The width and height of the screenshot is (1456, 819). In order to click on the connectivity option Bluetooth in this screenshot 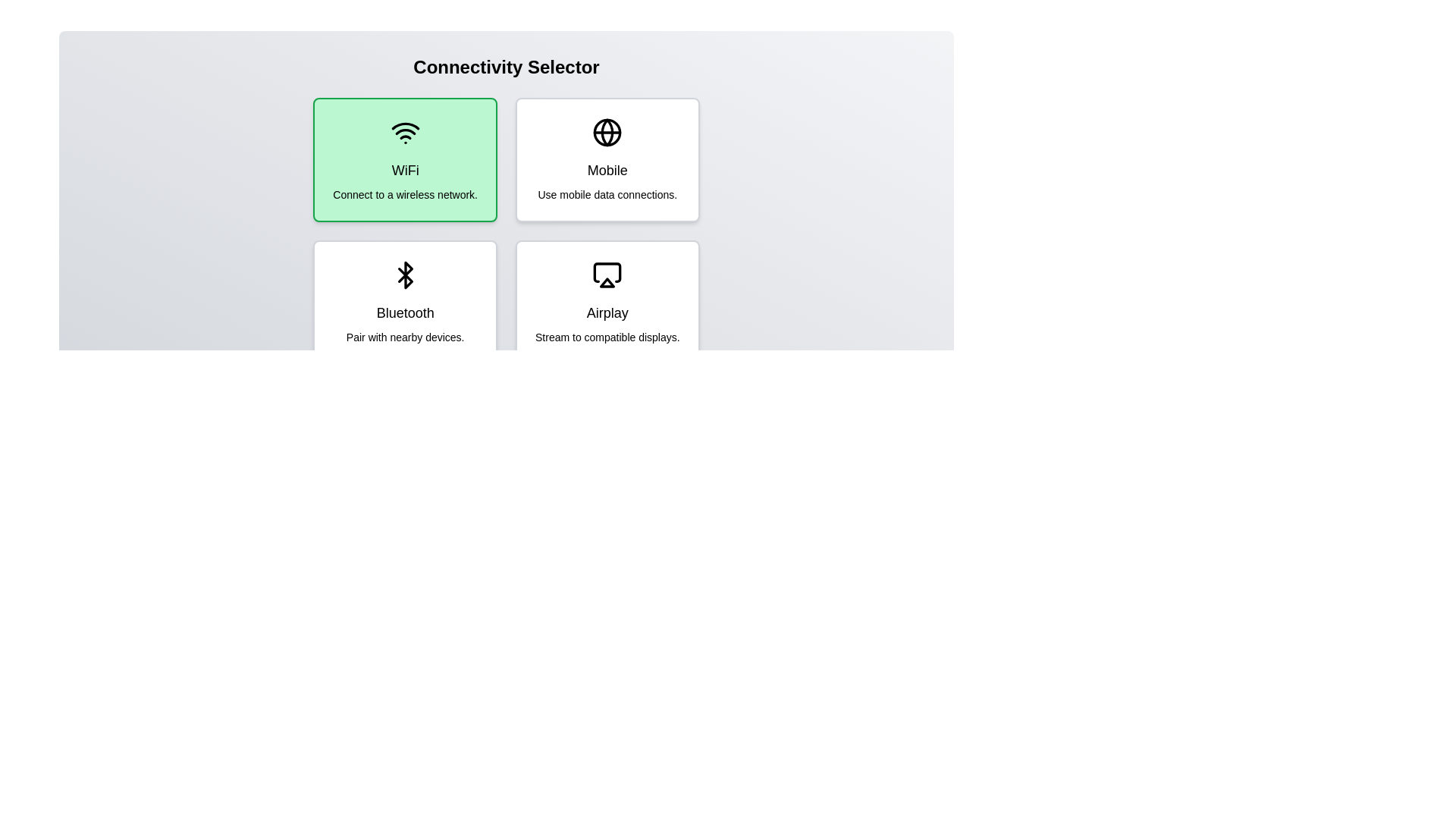, I will do `click(405, 302)`.